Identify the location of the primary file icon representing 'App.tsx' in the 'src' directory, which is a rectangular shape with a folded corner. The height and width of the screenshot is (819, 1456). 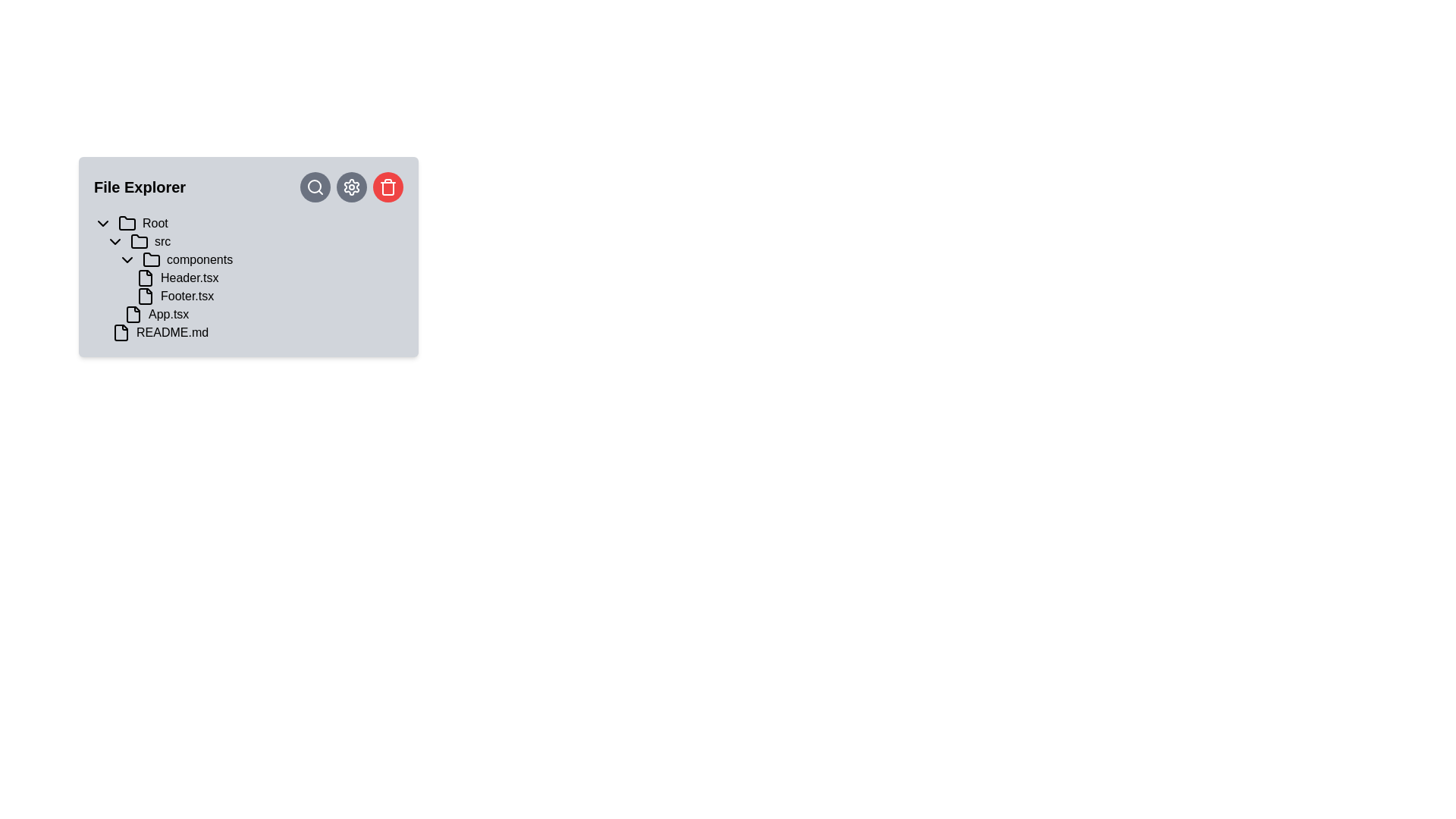
(133, 314).